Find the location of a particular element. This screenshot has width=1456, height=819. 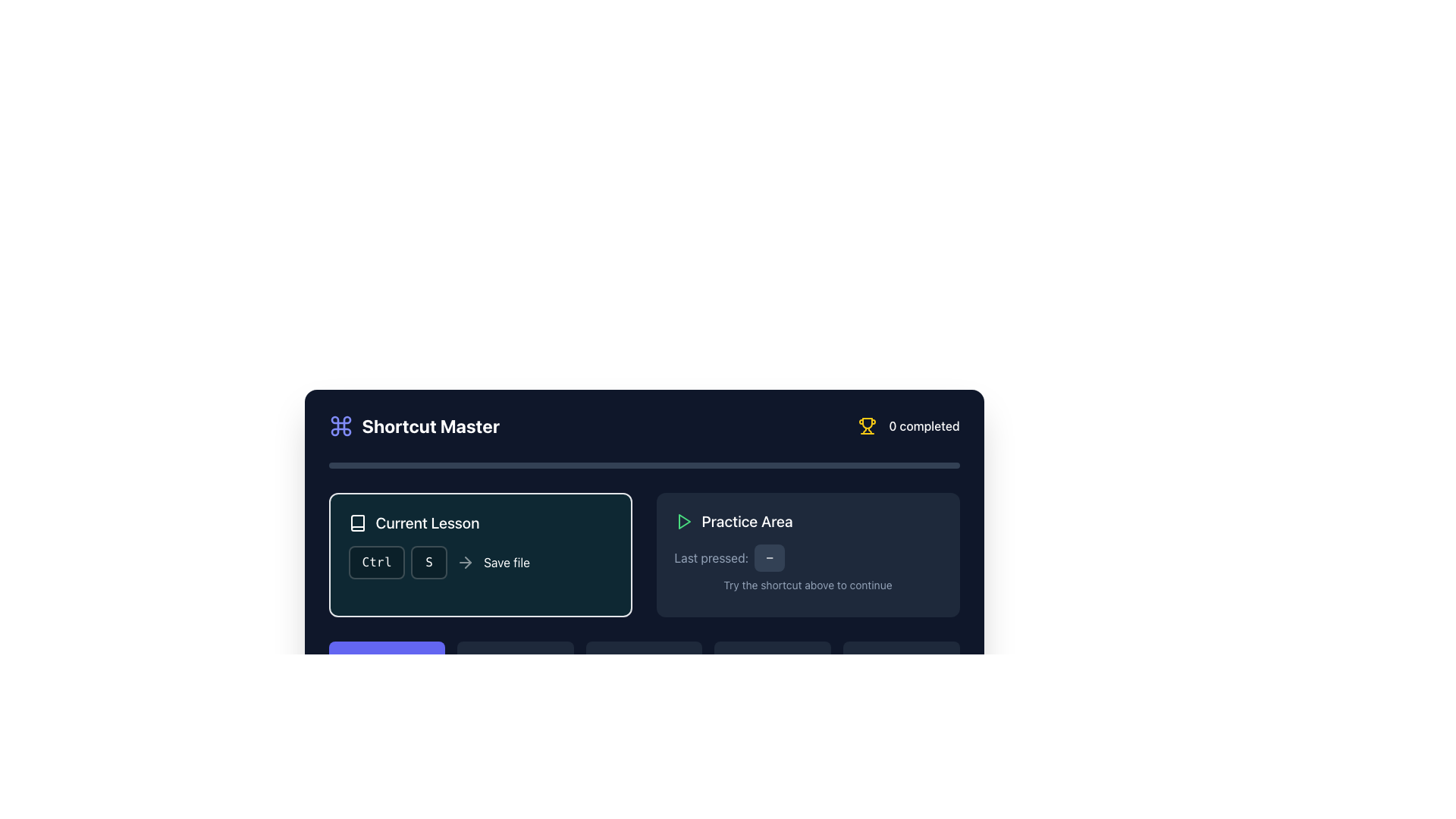

the book icon element, which is styled with a white stroke and is located to the left of the 'Current Lesson' text is located at coordinates (356, 522).